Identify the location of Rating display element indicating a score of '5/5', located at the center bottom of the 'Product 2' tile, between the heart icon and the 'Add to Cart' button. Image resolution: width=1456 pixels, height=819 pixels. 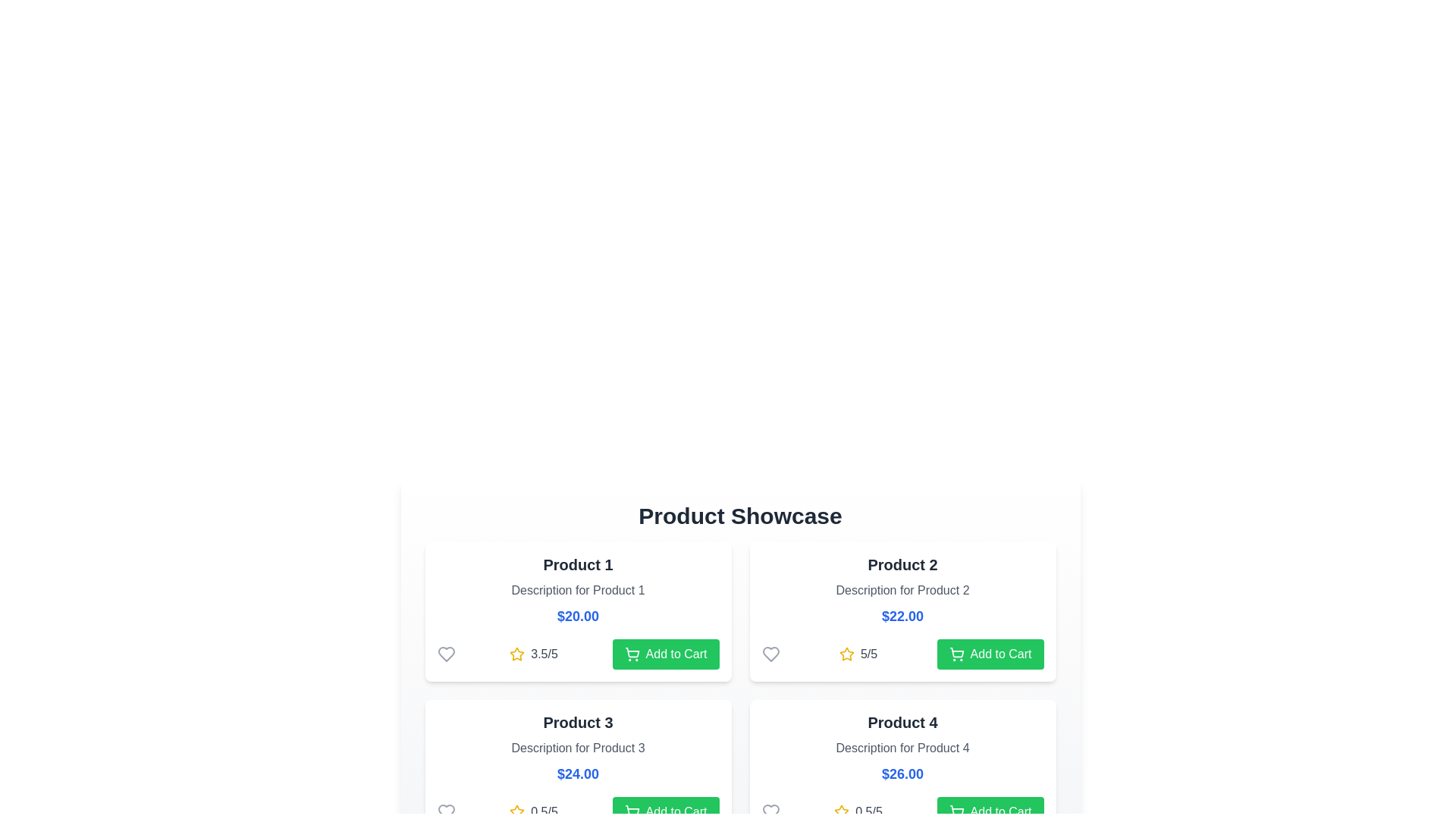
(902, 654).